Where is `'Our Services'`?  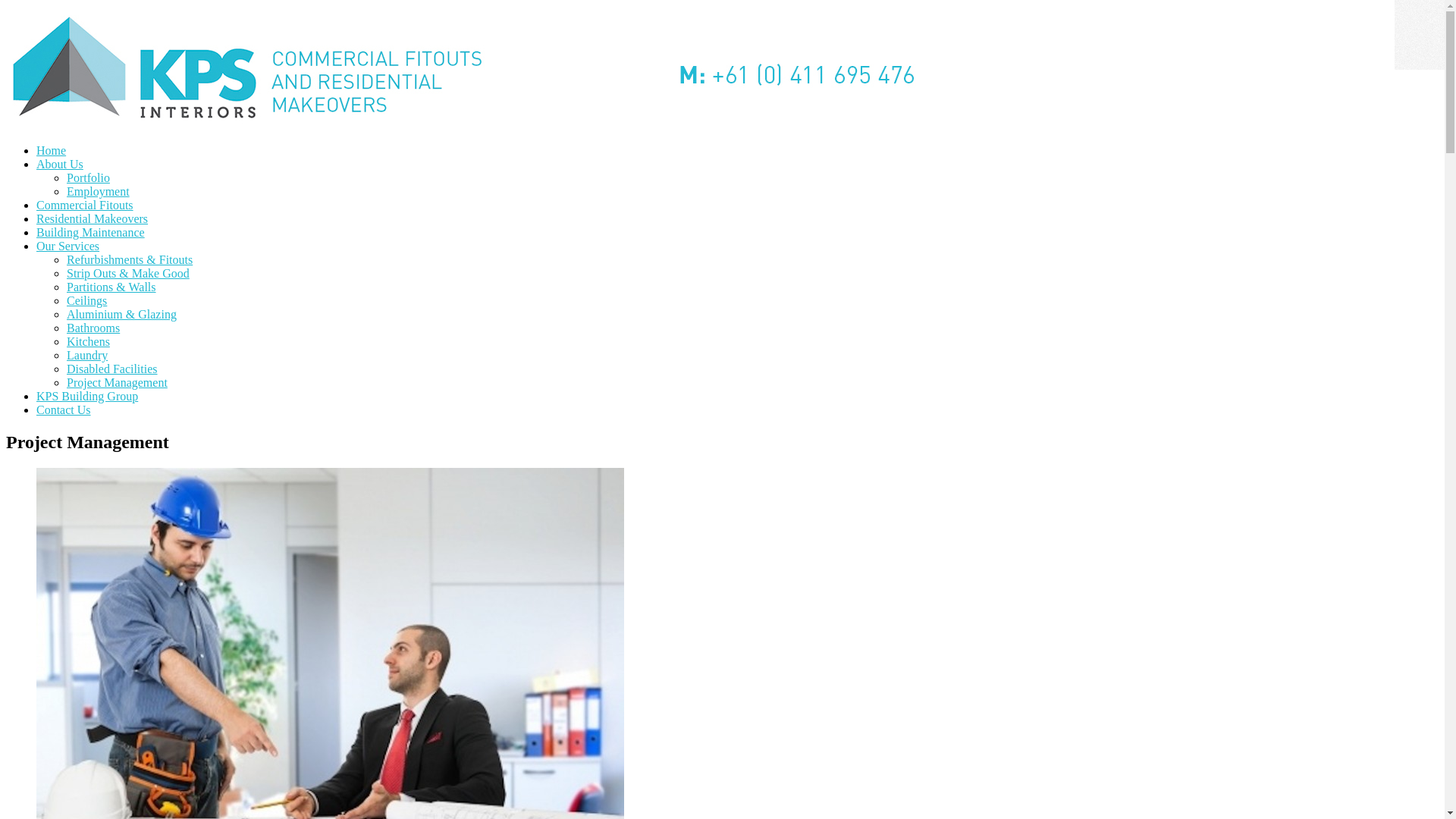
'Our Services' is located at coordinates (67, 245).